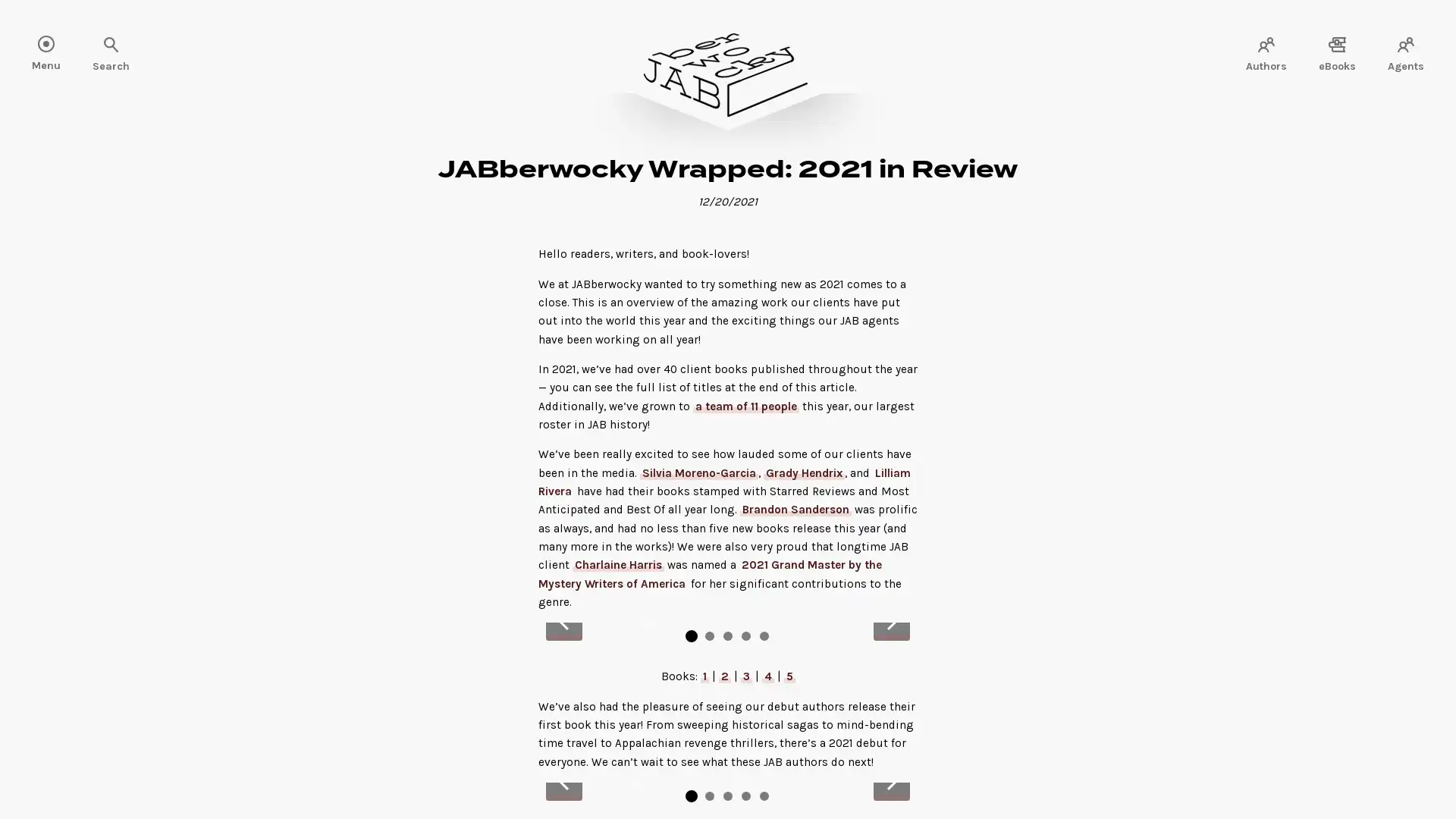  What do you see at coordinates (892, 783) in the screenshot?
I see `Next slide` at bounding box center [892, 783].